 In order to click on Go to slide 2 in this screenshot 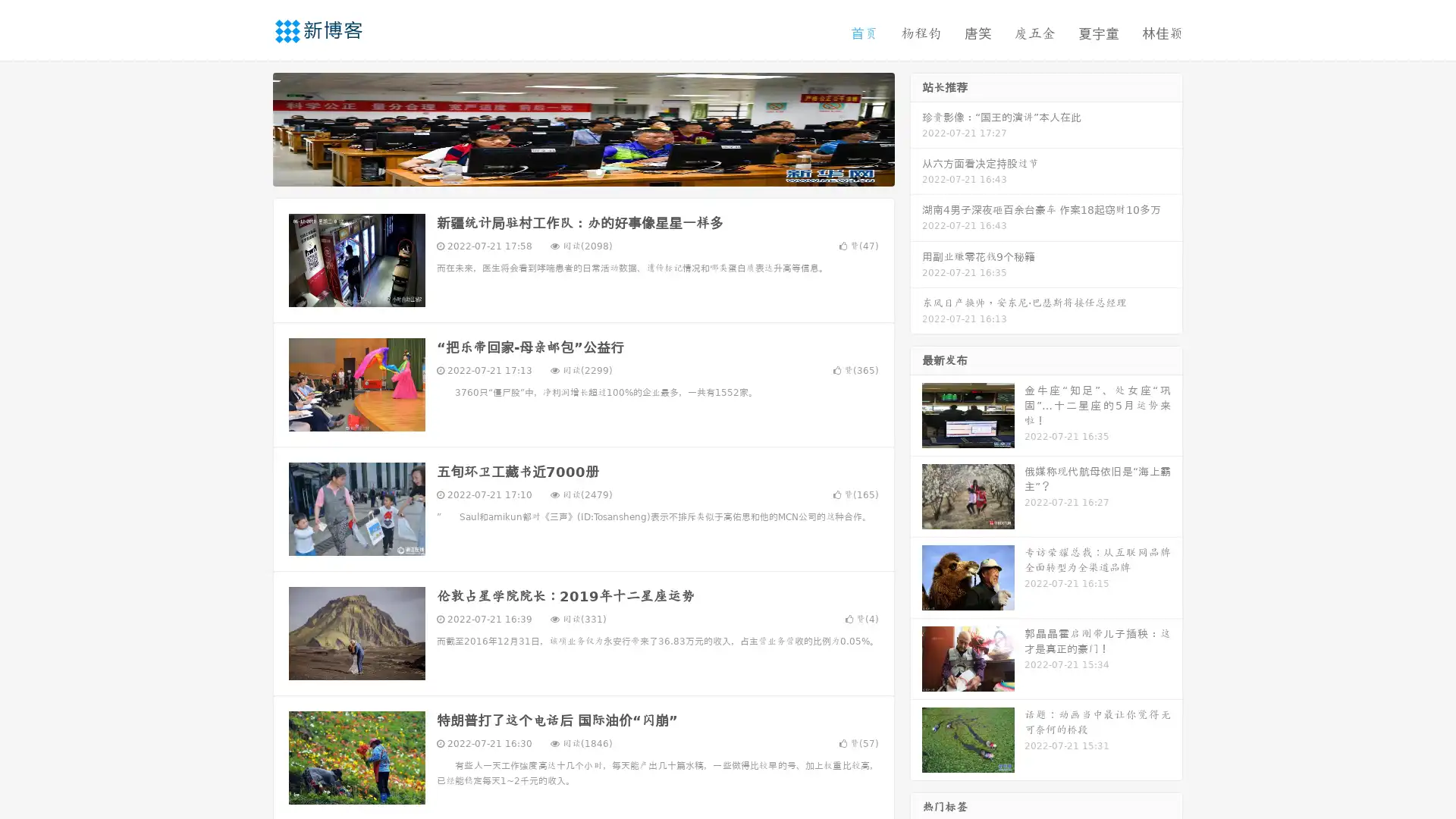, I will do `click(582, 171)`.